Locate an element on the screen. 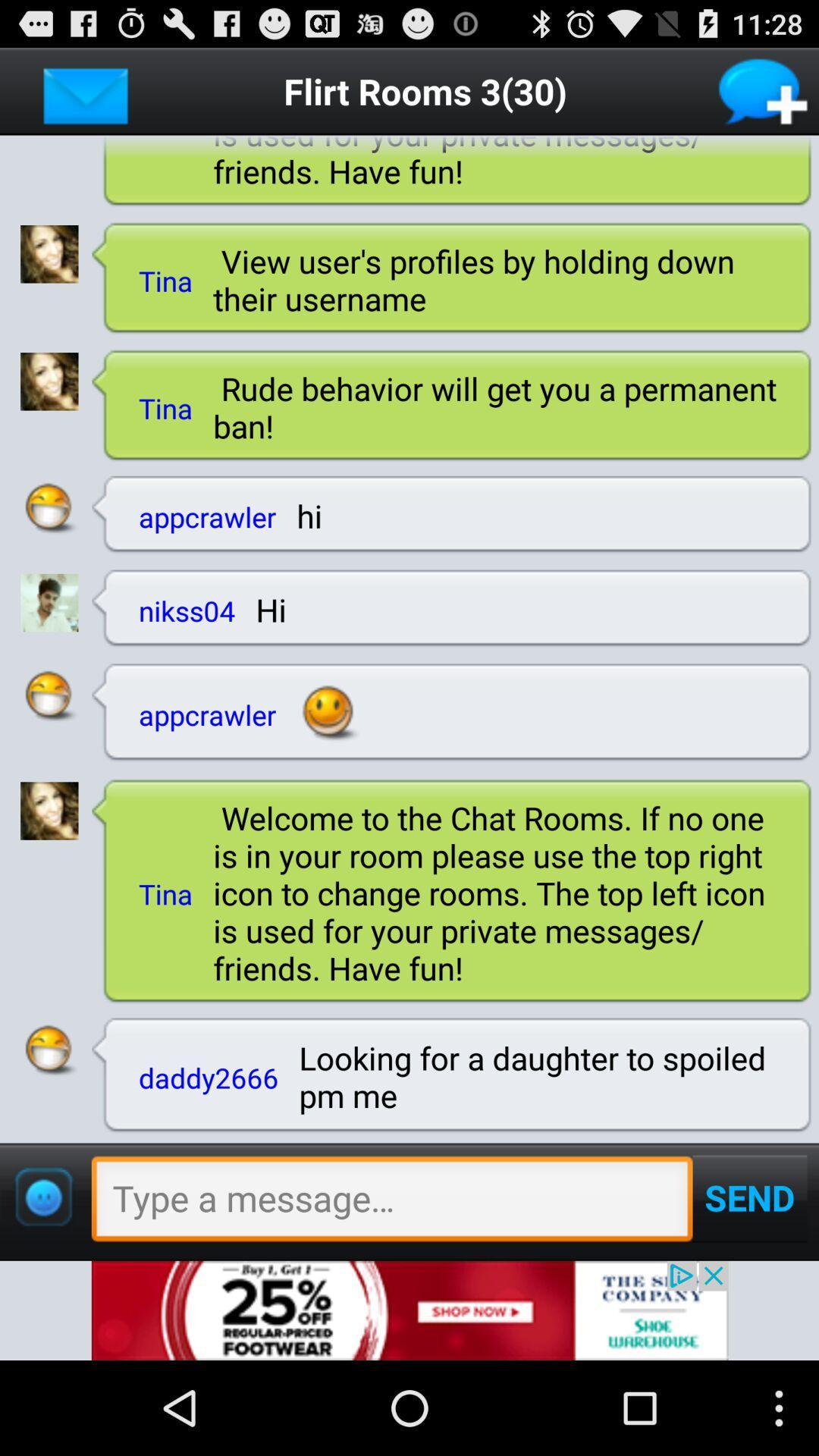  selected emoji is located at coordinates (49, 695).